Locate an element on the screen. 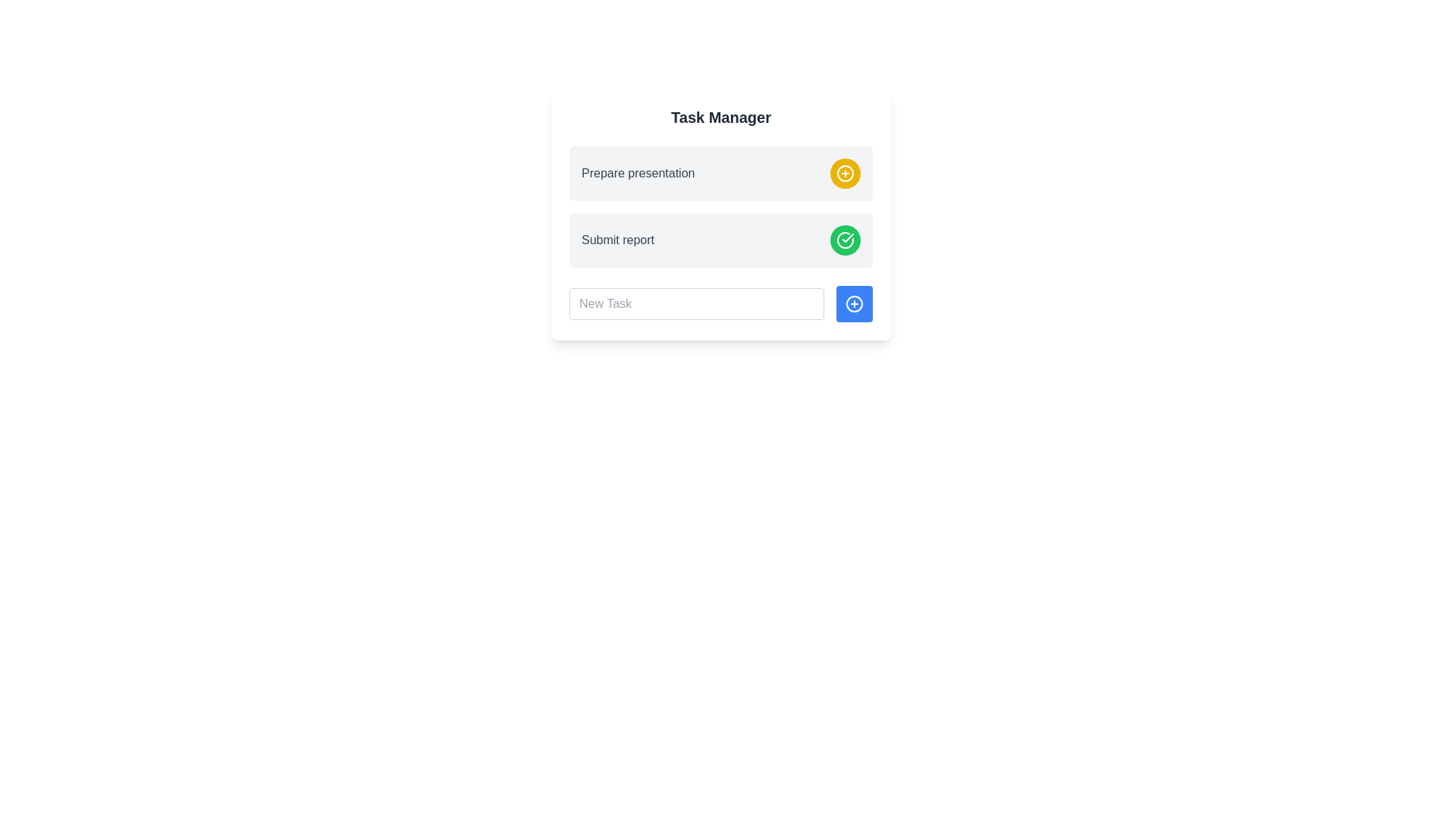 This screenshot has width=1456, height=819. the 'add' button located at the right end of the horizontal layout below the task list is located at coordinates (855, 304).